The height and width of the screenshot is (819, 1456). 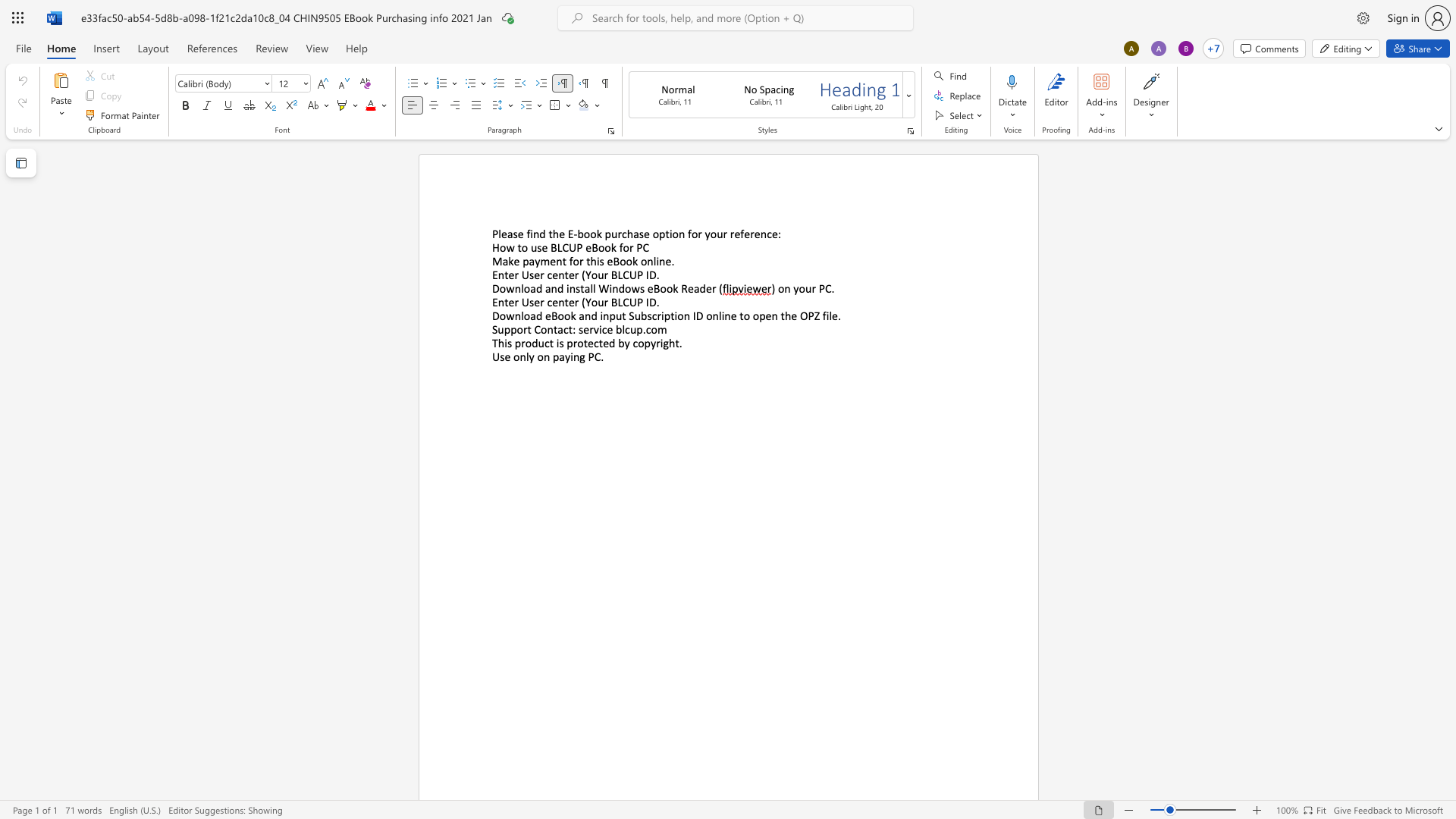 I want to click on the 1th character "C" in the text, so click(x=564, y=246).